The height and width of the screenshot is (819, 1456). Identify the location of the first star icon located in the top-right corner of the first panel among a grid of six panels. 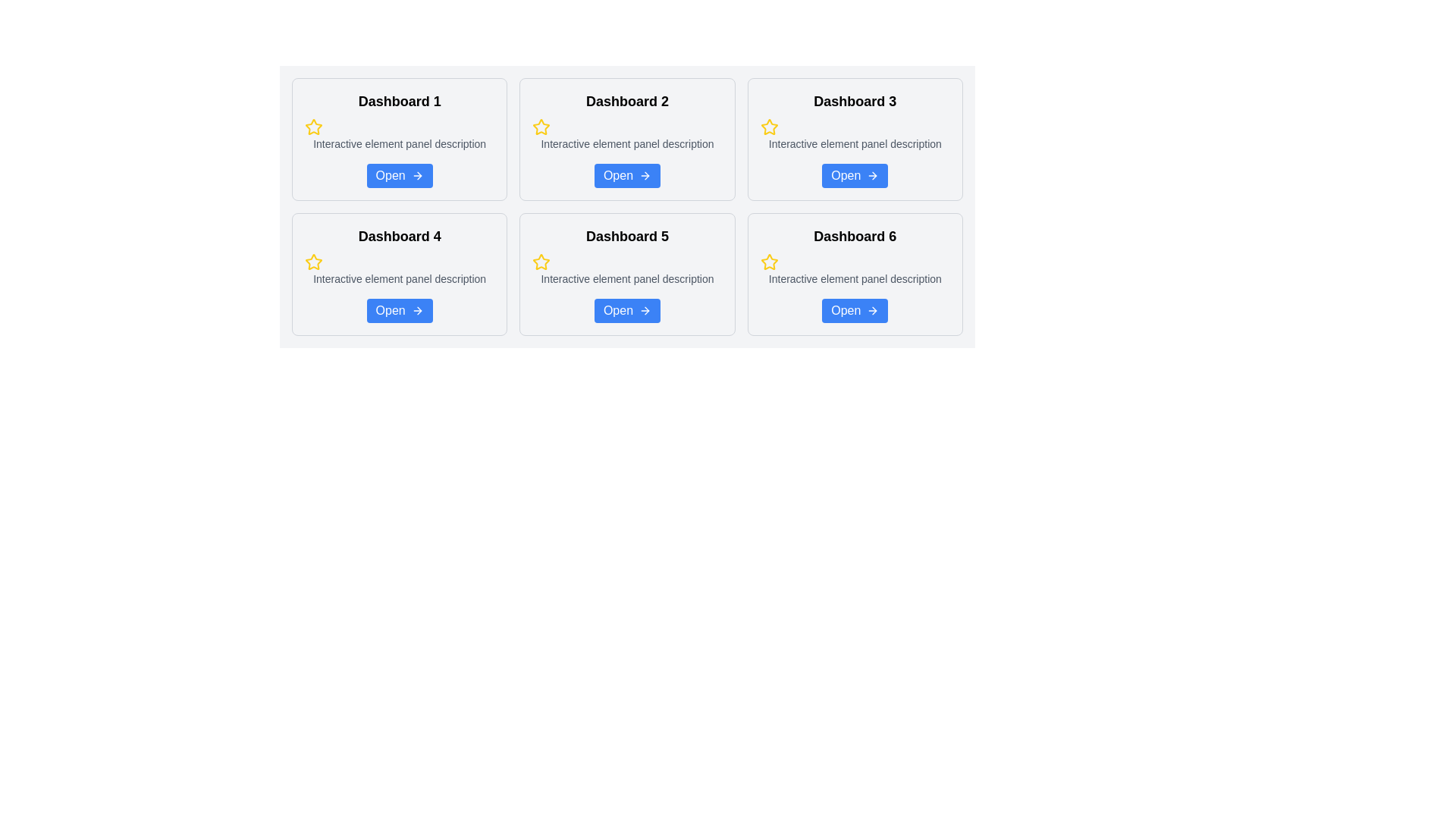
(312, 126).